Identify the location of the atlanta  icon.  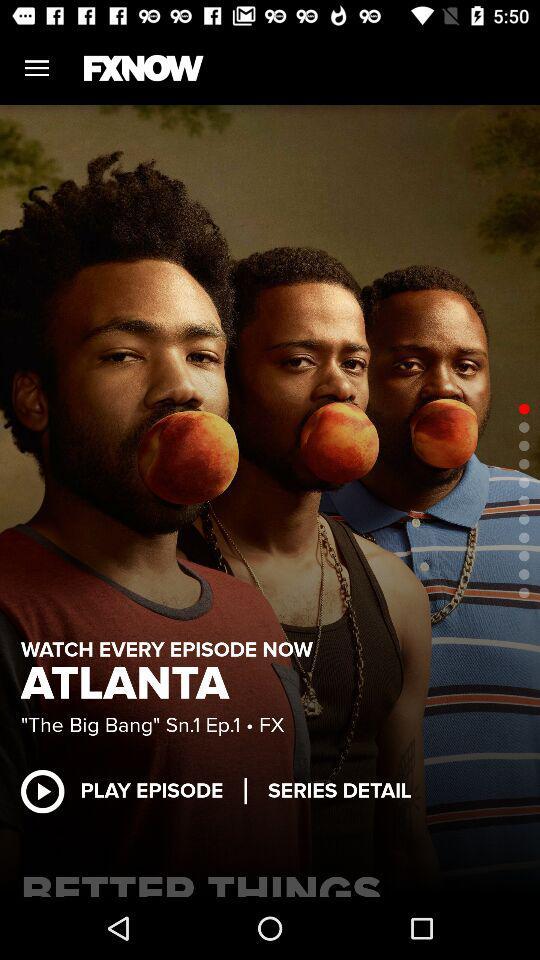
(131, 684).